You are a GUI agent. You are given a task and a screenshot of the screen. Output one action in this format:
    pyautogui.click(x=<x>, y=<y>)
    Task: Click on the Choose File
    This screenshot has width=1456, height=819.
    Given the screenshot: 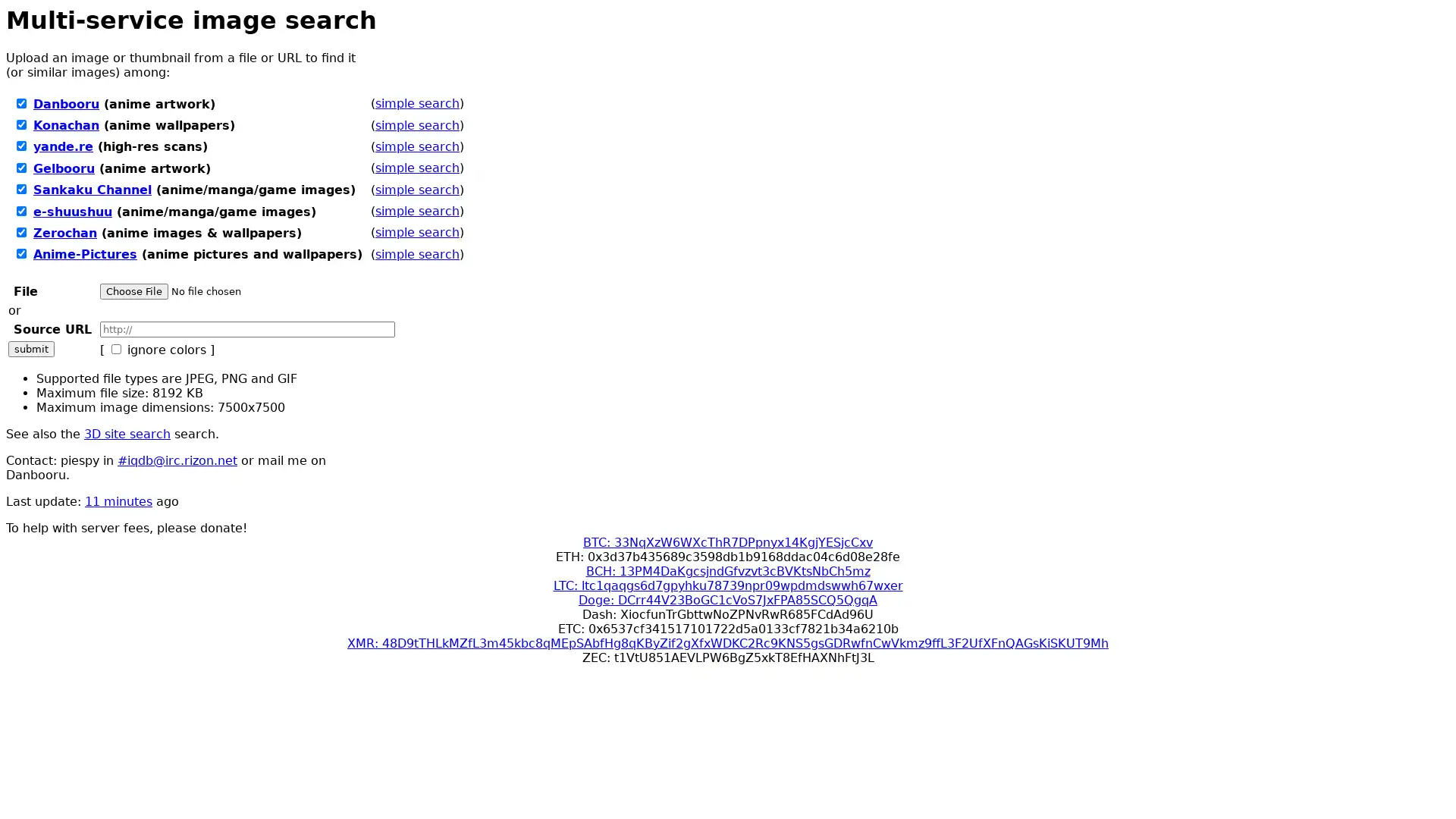 What is the action you would take?
    pyautogui.click(x=134, y=290)
    